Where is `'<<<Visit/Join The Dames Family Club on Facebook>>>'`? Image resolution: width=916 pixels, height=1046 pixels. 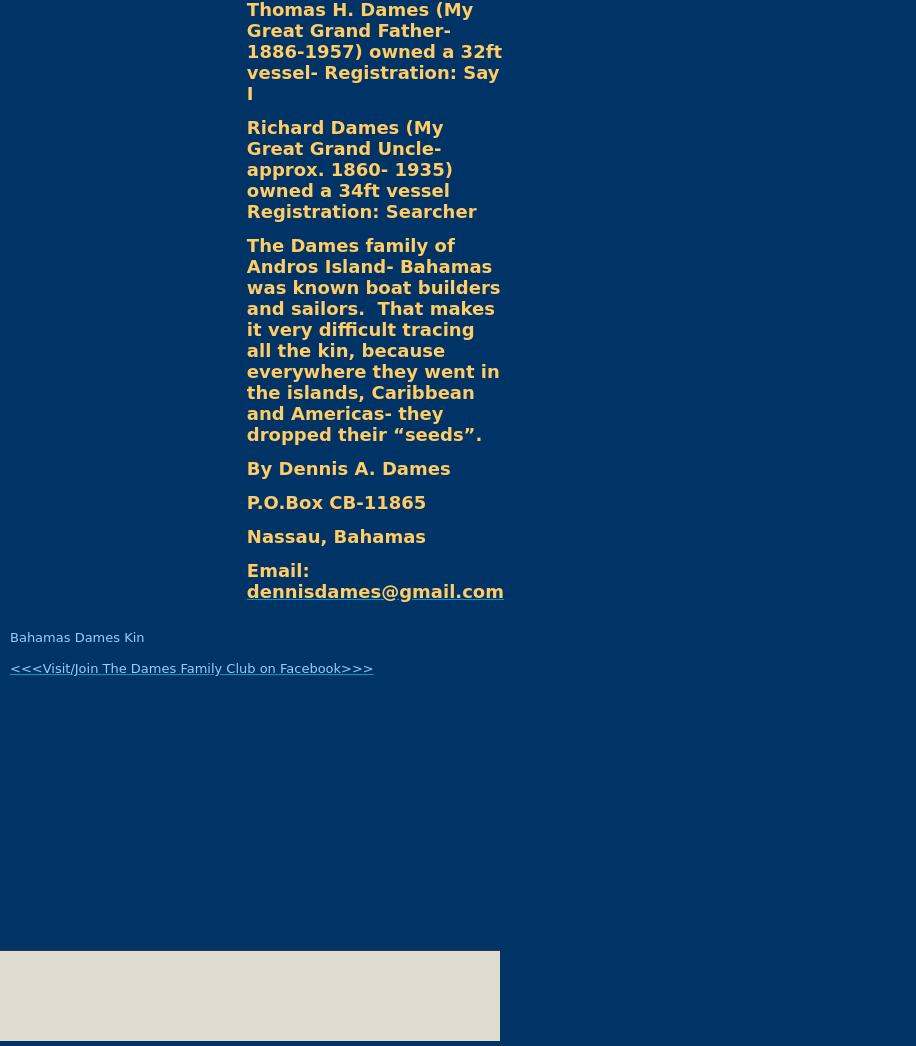 '<<<Visit/Join The Dames Family Club on Facebook>>>' is located at coordinates (190, 667).